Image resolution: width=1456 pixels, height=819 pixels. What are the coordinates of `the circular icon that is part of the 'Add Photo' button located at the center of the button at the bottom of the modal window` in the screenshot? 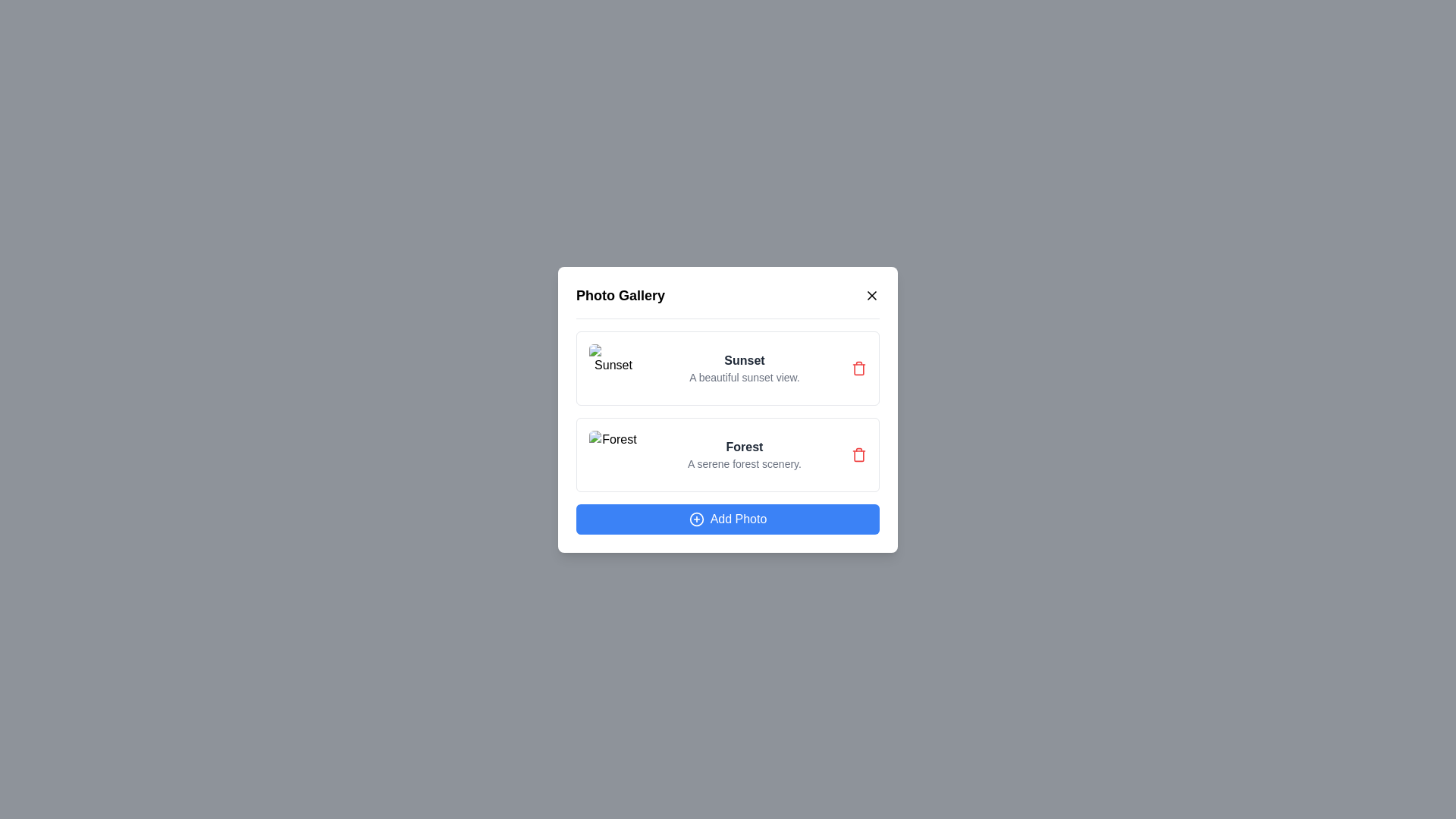 It's located at (695, 518).